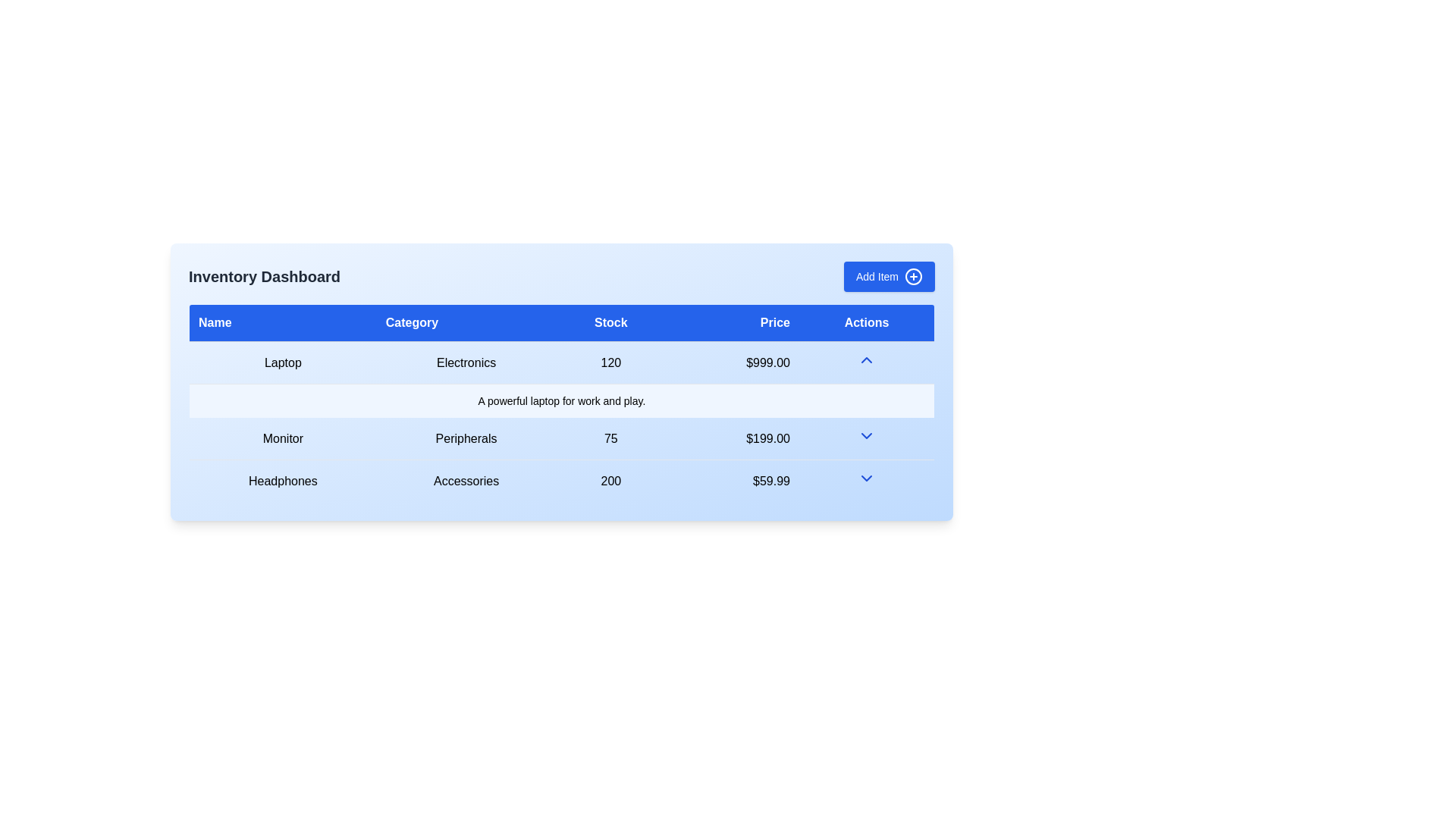 This screenshot has height=819, width=1456. Describe the element at coordinates (867, 362) in the screenshot. I see `the small, blue-colored upward-facing caret icon in the 'Actions' column of the inventory table` at that location.